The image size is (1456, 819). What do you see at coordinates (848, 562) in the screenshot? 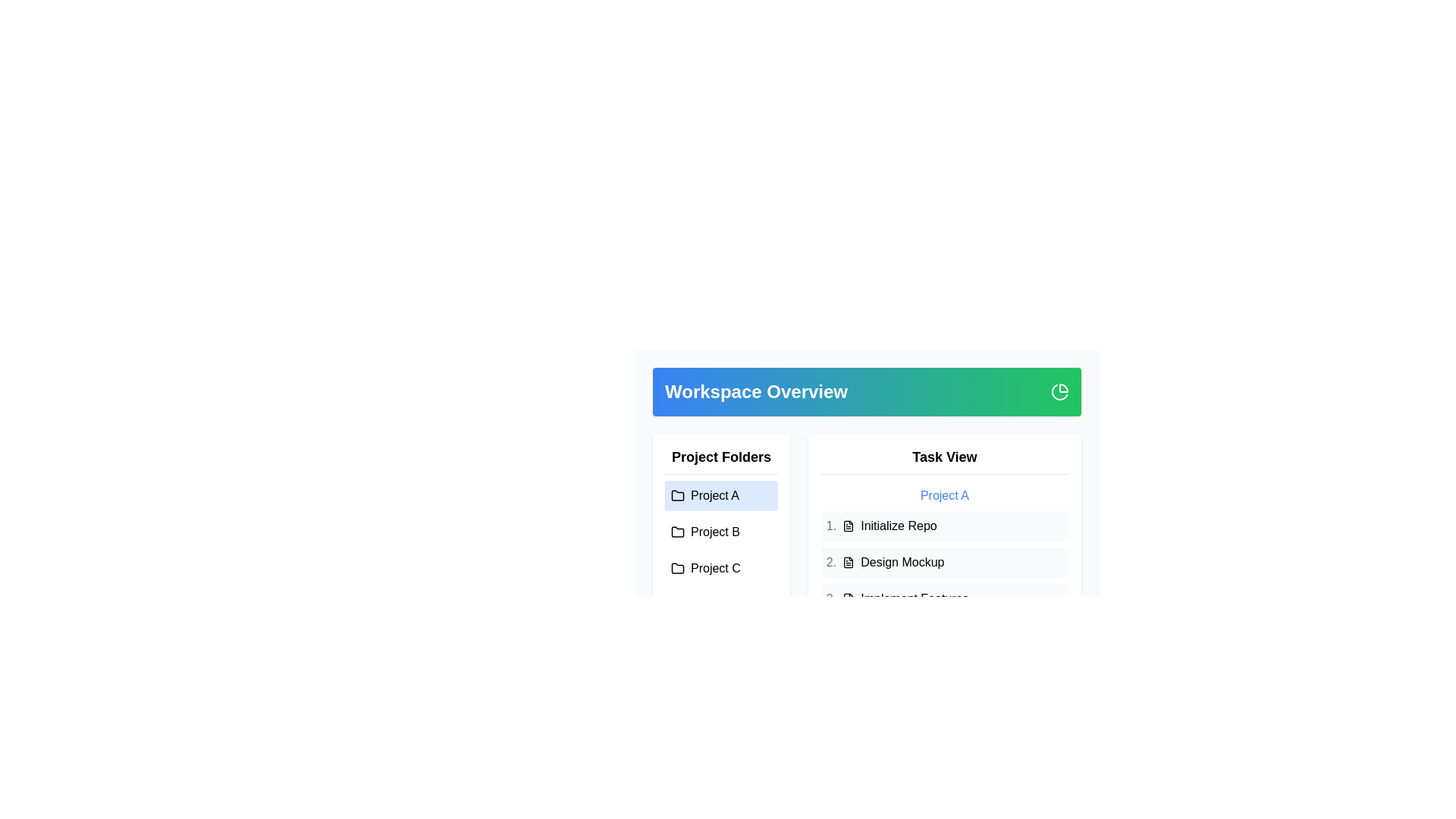
I see `the icon that signifies a document or file-related activity, located in the second item of the task list under 'Task View', to the right of '2.' and before 'Design Mockup'` at bounding box center [848, 562].